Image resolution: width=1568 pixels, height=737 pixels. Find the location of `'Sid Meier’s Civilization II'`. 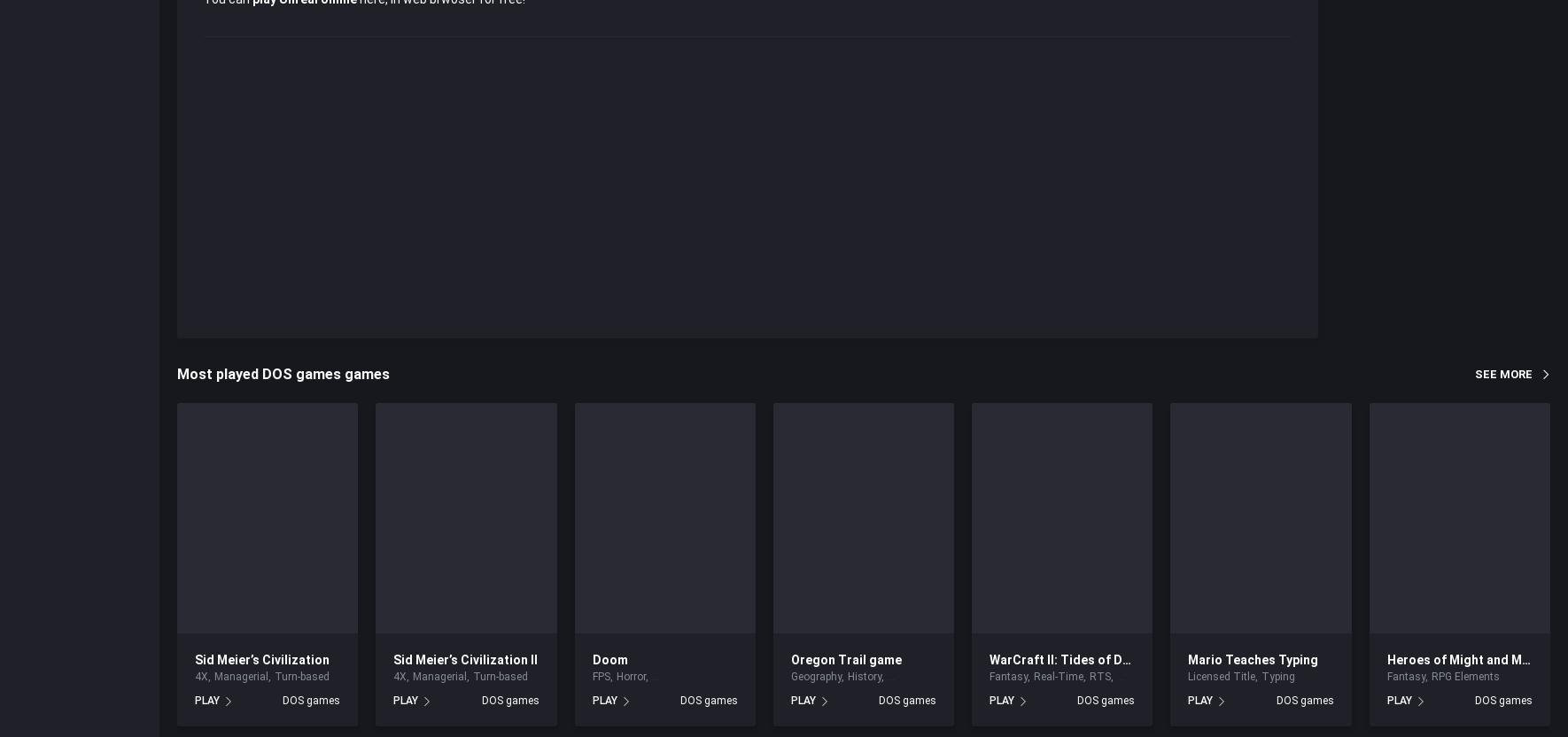

'Sid Meier’s Civilization II' is located at coordinates (465, 658).